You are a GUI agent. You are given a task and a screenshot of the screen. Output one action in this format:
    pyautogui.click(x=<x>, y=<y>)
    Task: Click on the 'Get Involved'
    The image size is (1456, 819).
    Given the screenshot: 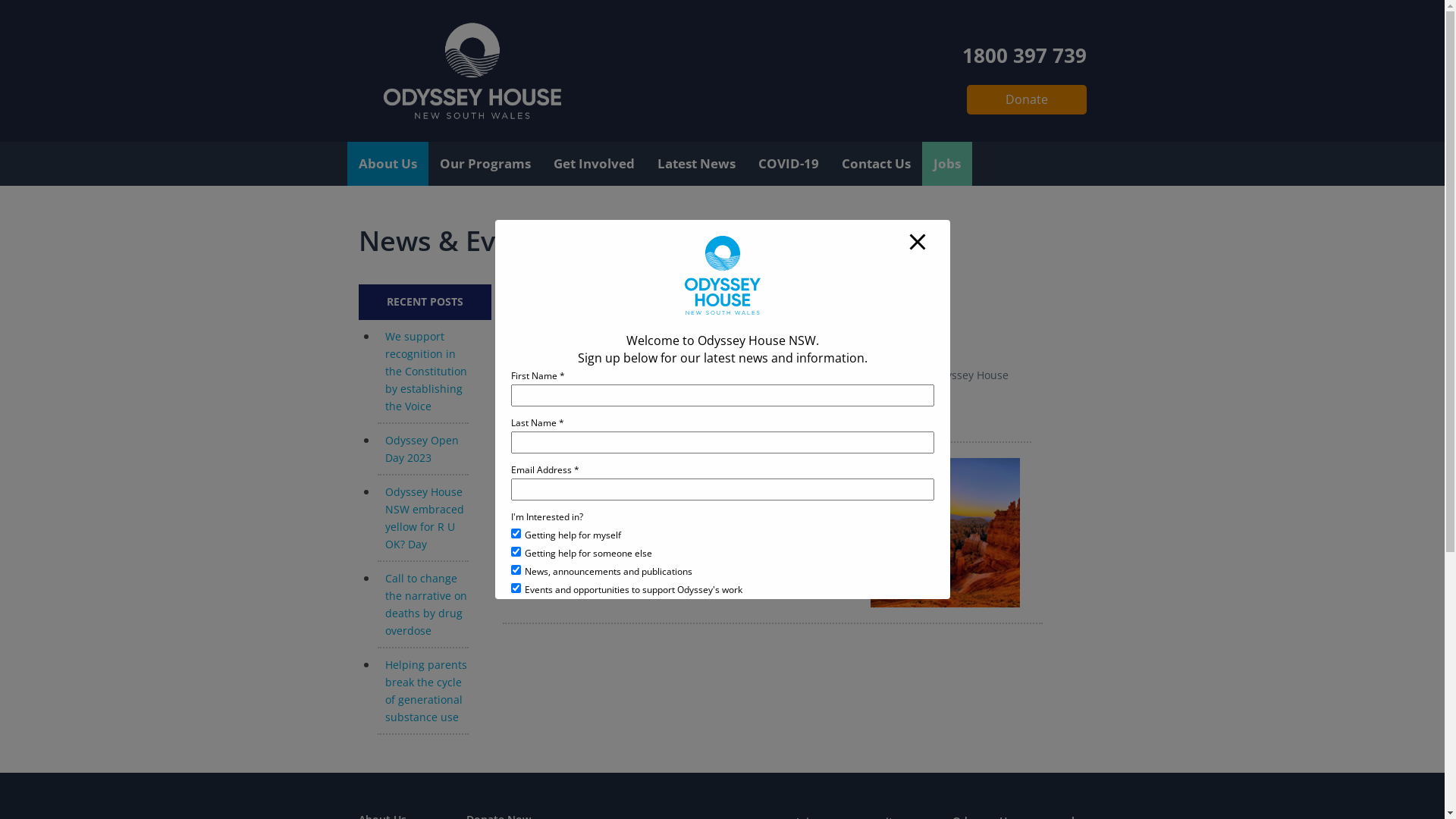 What is the action you would take?
    pyautogui.click(x=592, y=164)
    